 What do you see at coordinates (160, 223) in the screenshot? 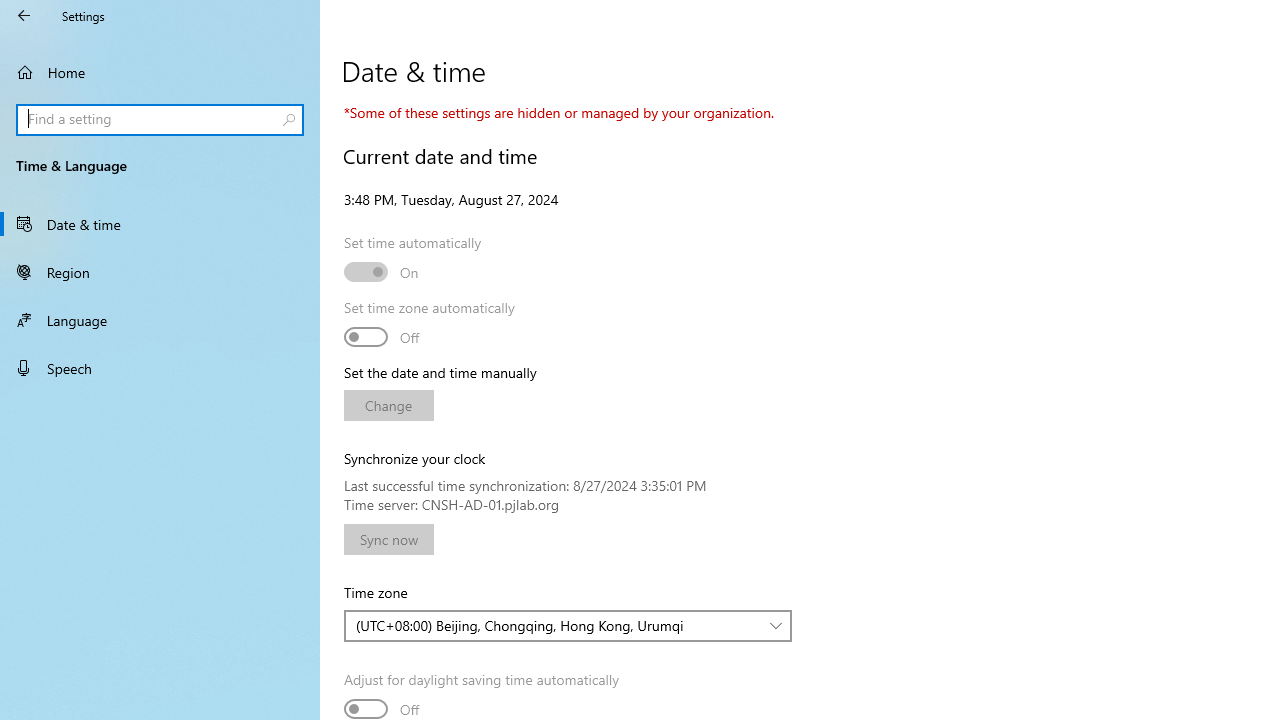
I see `'Date & time'` at bounding box center [160, 223].